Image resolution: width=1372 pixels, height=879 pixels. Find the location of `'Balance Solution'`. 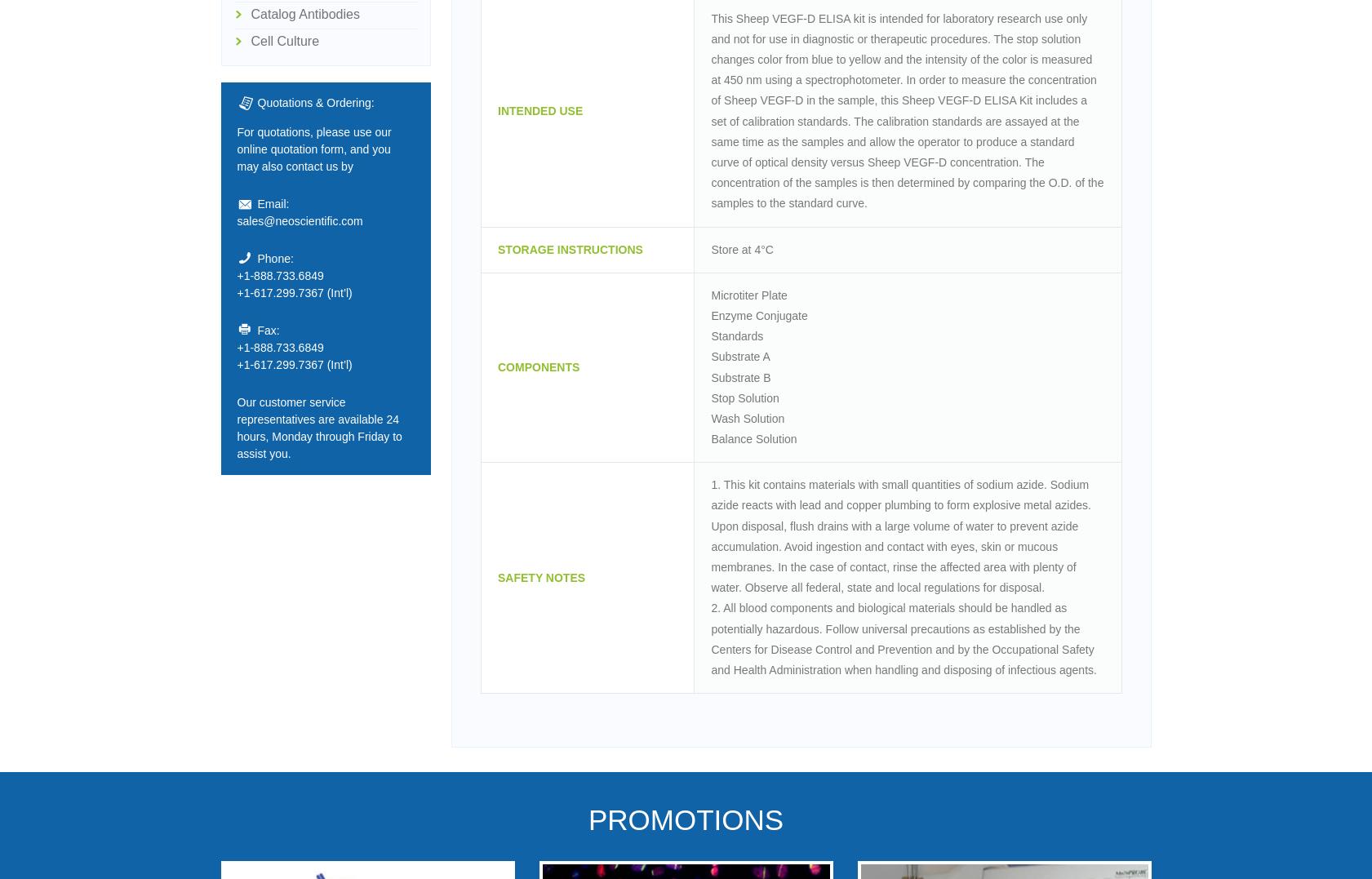

'Balance Solution' is located at coordinates (753, 437).